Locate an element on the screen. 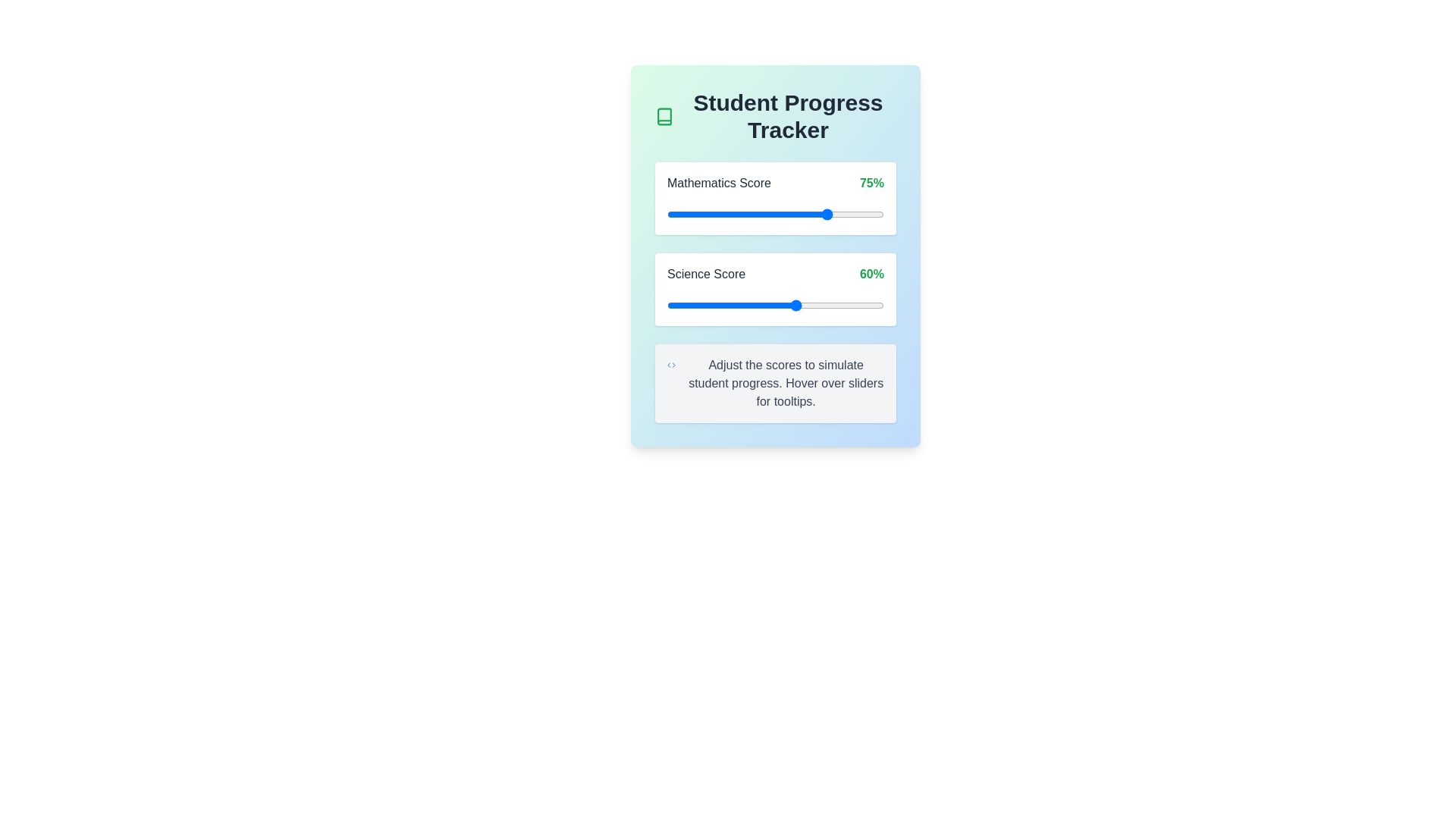  the Science Score slider to 94% is located at coordinates (871, 305).